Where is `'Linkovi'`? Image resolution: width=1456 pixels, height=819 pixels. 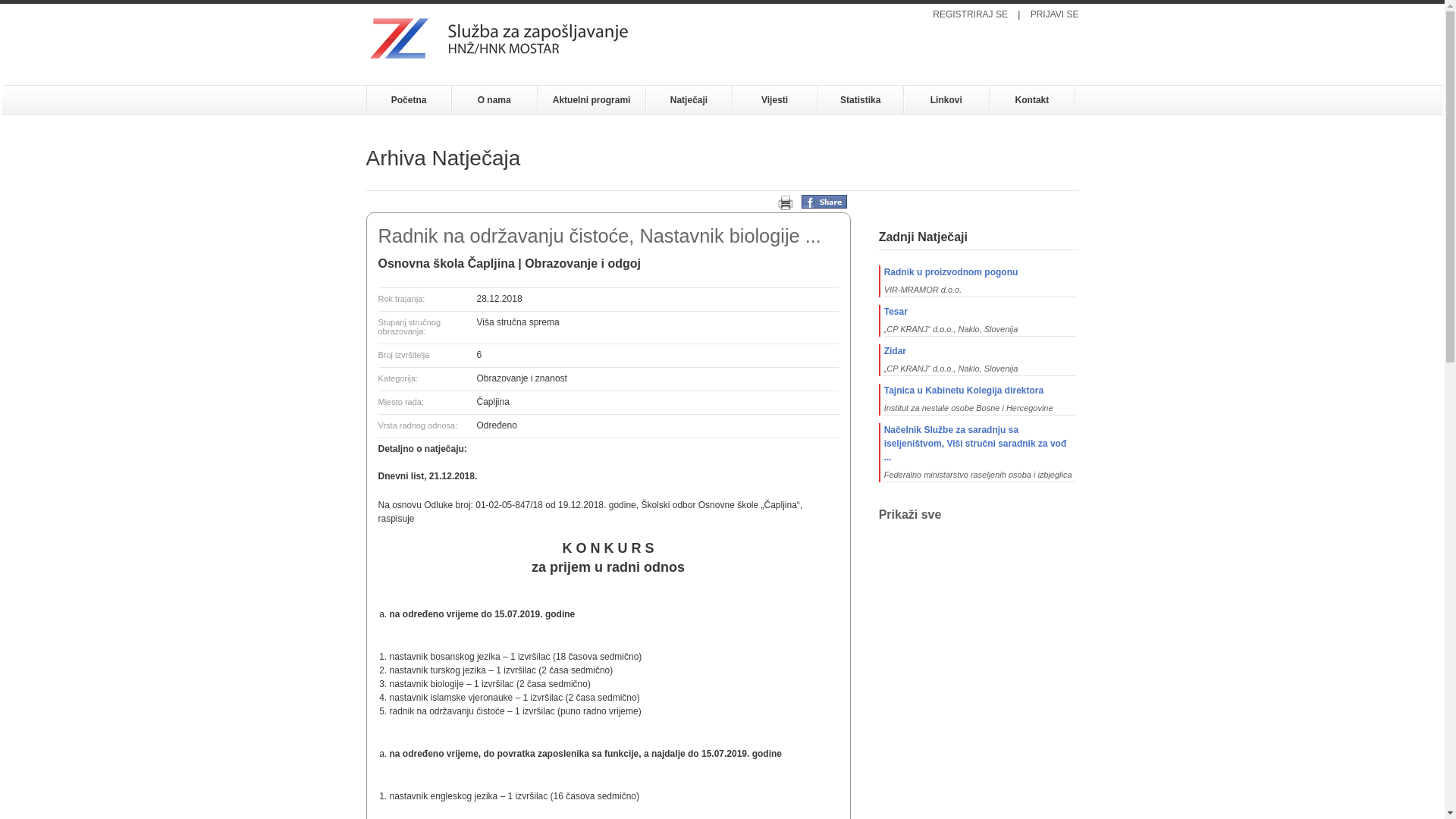 'Linkovi' is located at coordinates (946, 99).